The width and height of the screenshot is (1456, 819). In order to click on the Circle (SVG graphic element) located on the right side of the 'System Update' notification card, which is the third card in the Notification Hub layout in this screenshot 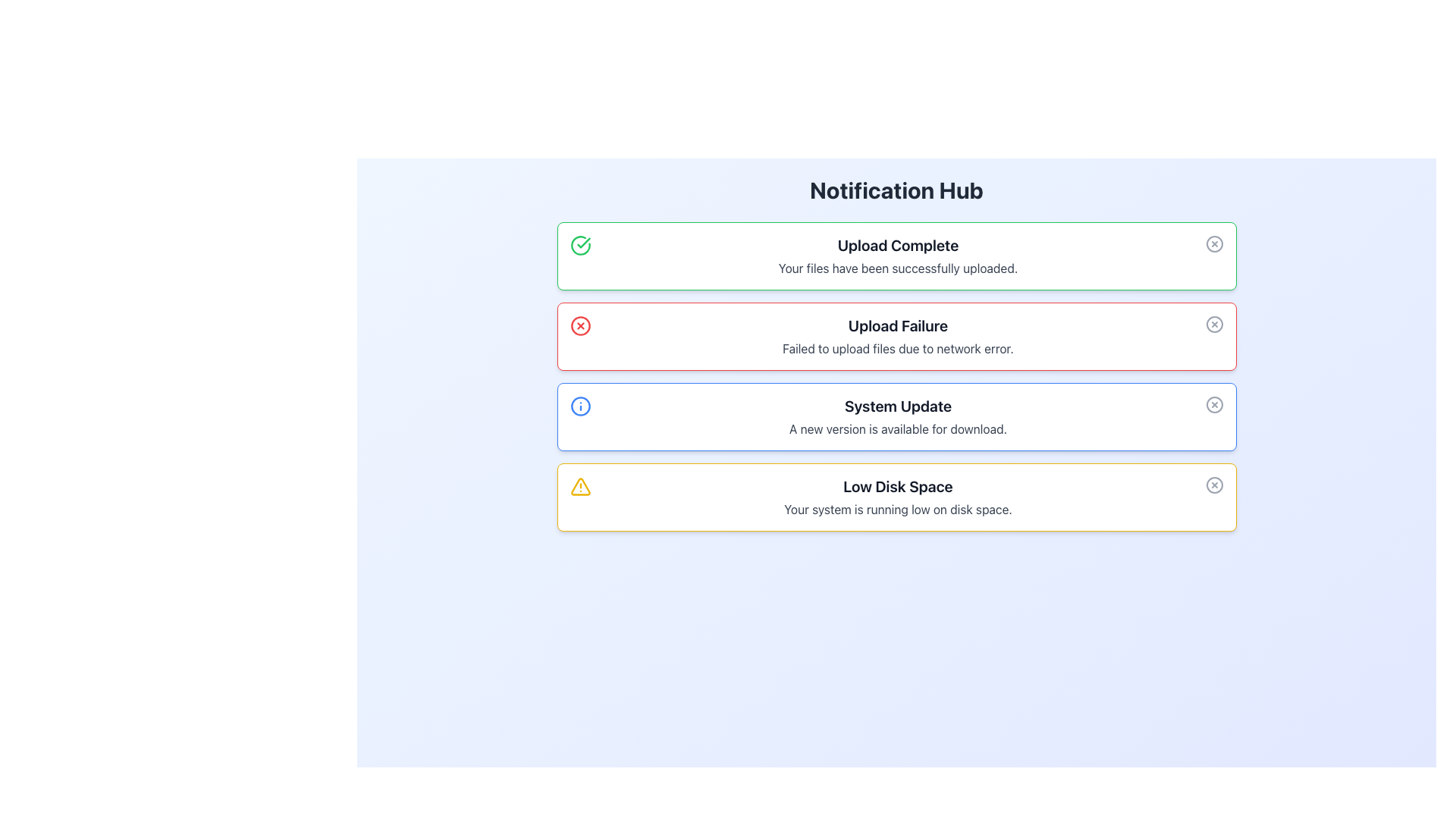, I will do `click(1214, 403)`.